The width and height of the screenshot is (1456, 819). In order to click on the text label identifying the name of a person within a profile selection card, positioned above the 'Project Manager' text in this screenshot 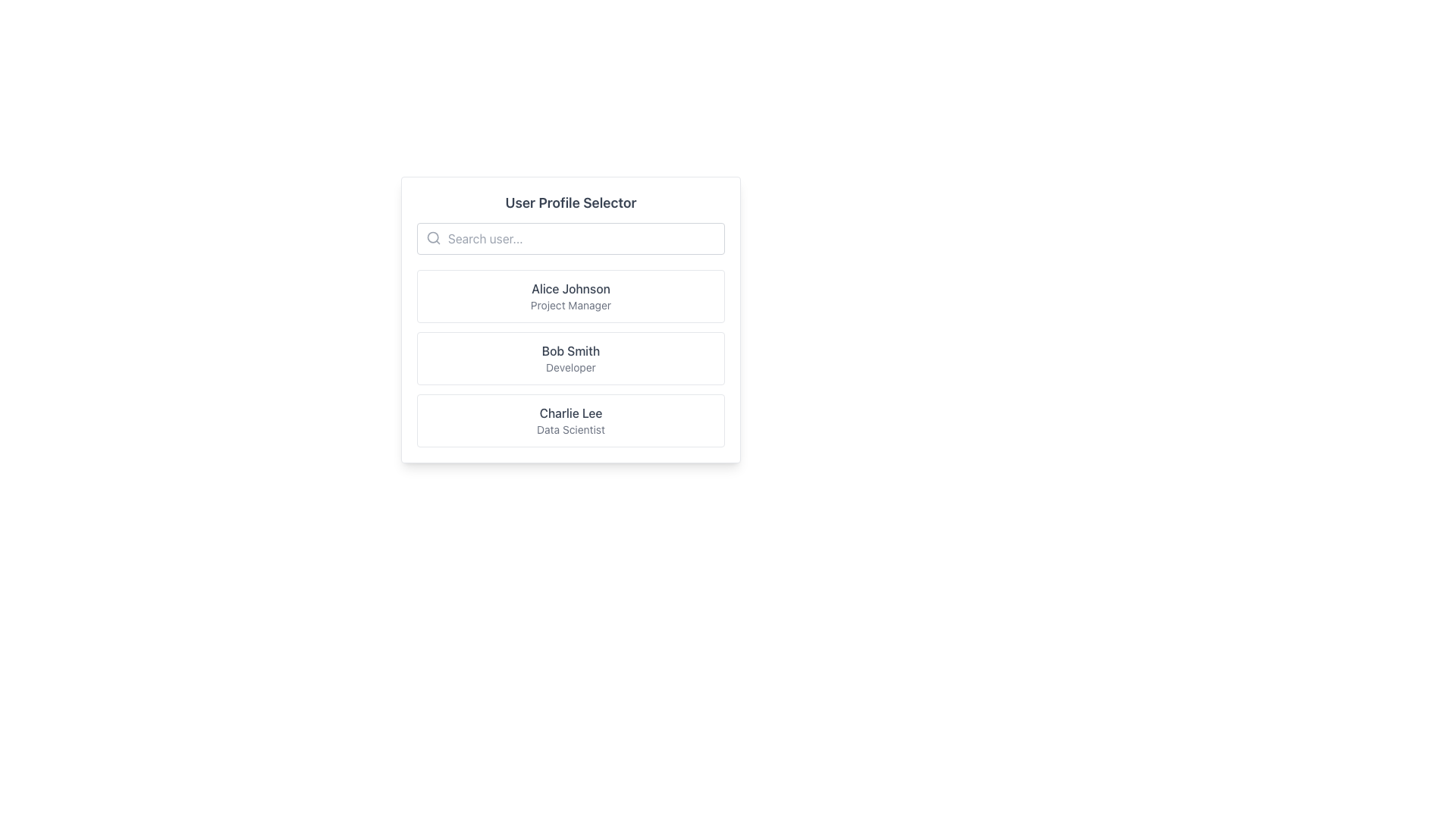, I will do `click(570, 289)`.